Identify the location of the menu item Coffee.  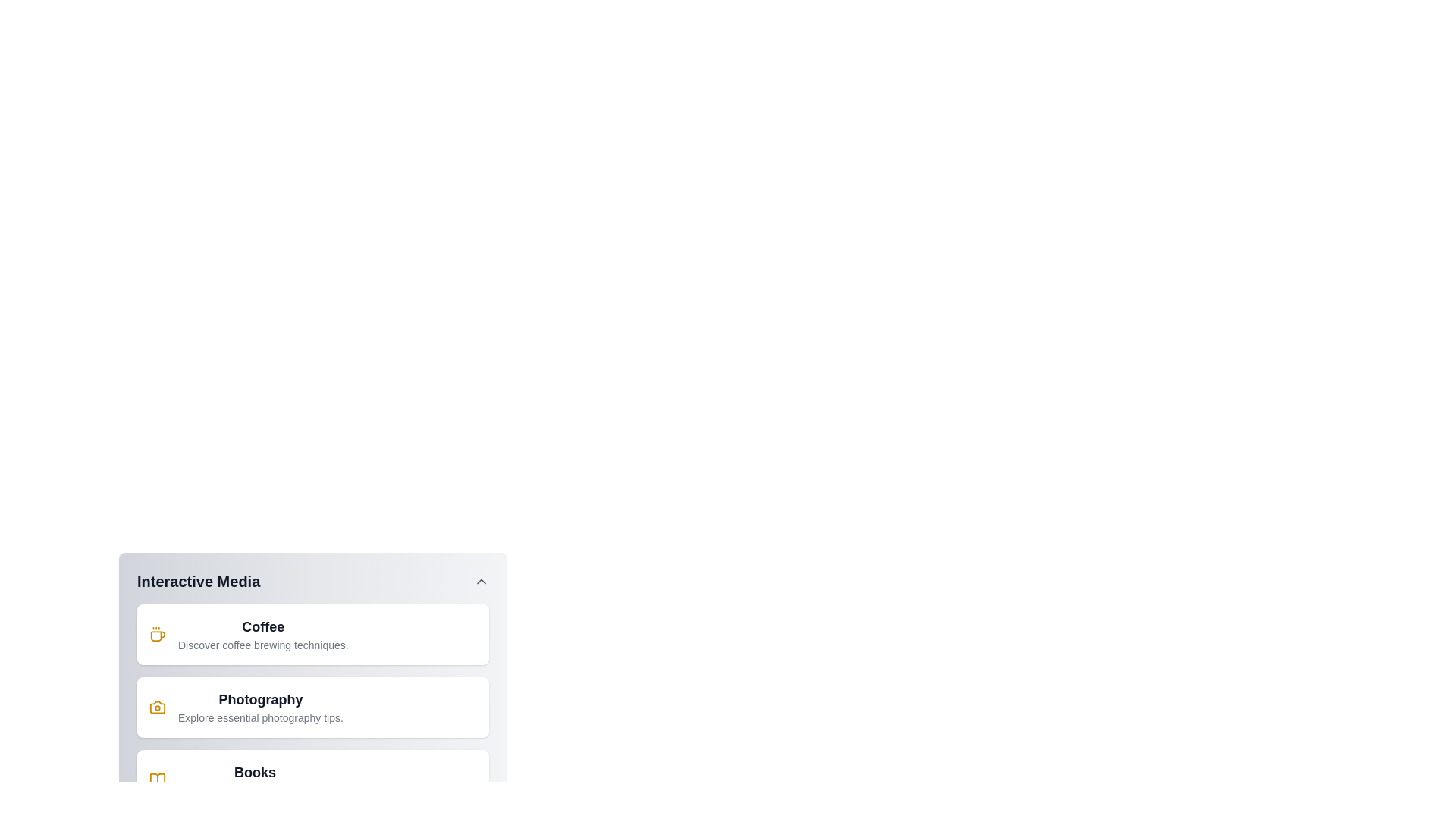
(312, 635).